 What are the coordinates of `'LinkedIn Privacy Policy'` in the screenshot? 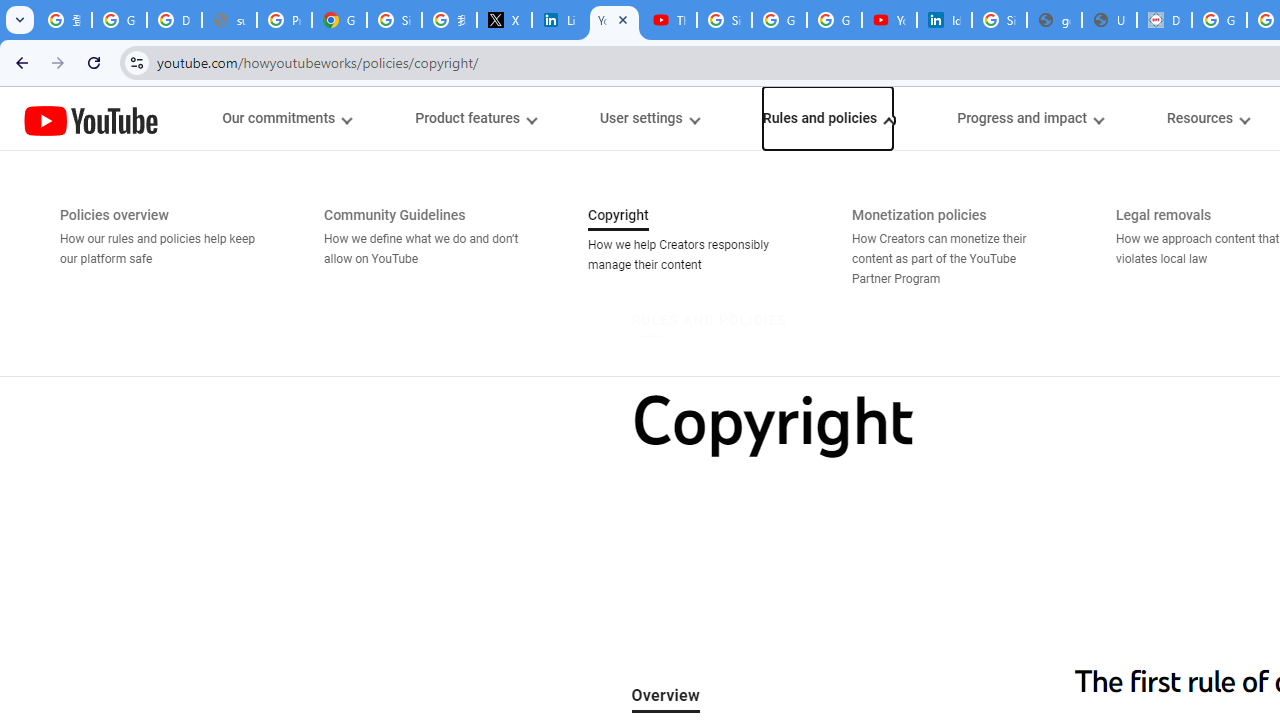 It's located at (560, 20).